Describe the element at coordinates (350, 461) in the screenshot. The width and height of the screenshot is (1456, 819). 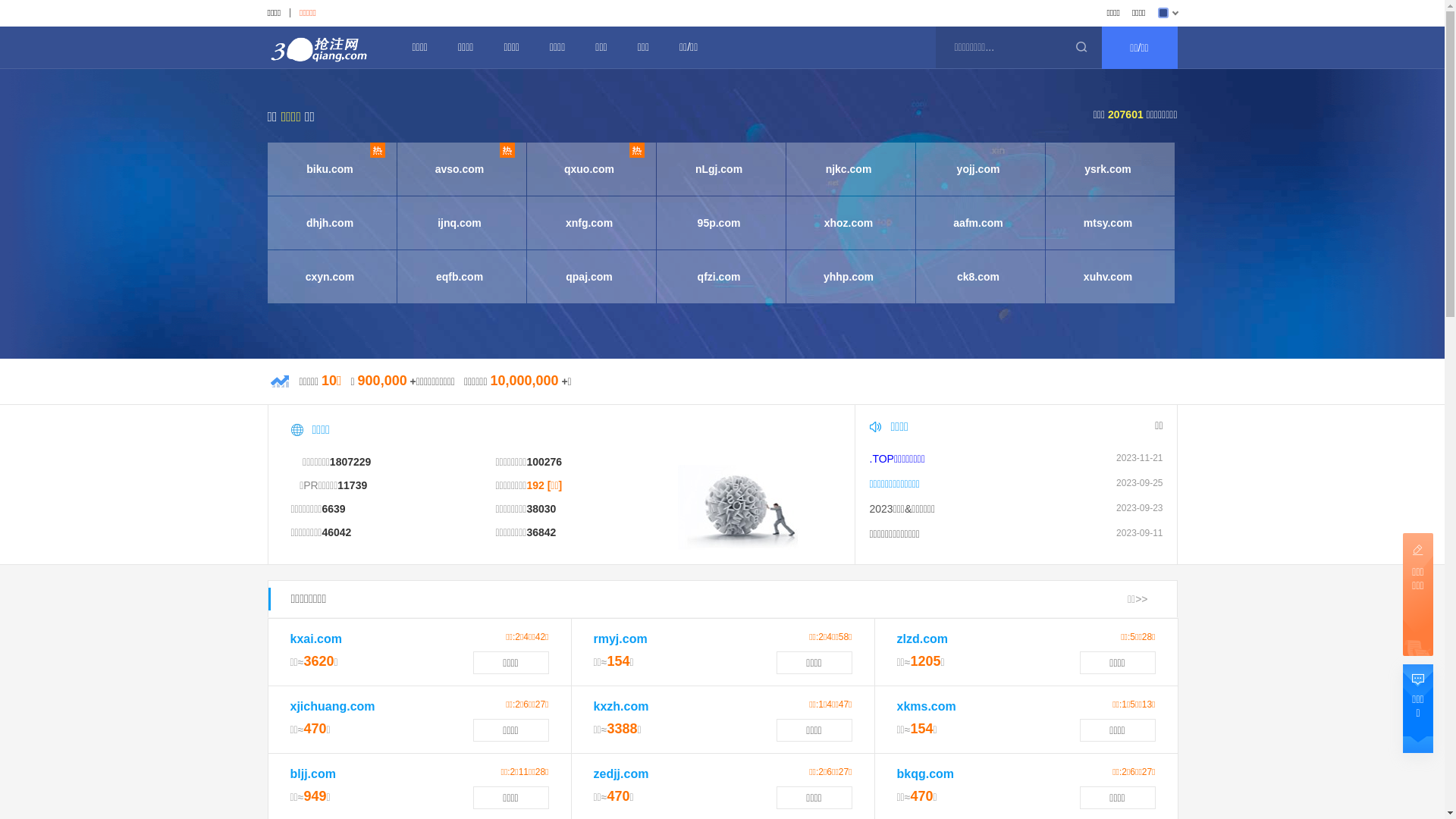
I see `'1807229'` at that location.